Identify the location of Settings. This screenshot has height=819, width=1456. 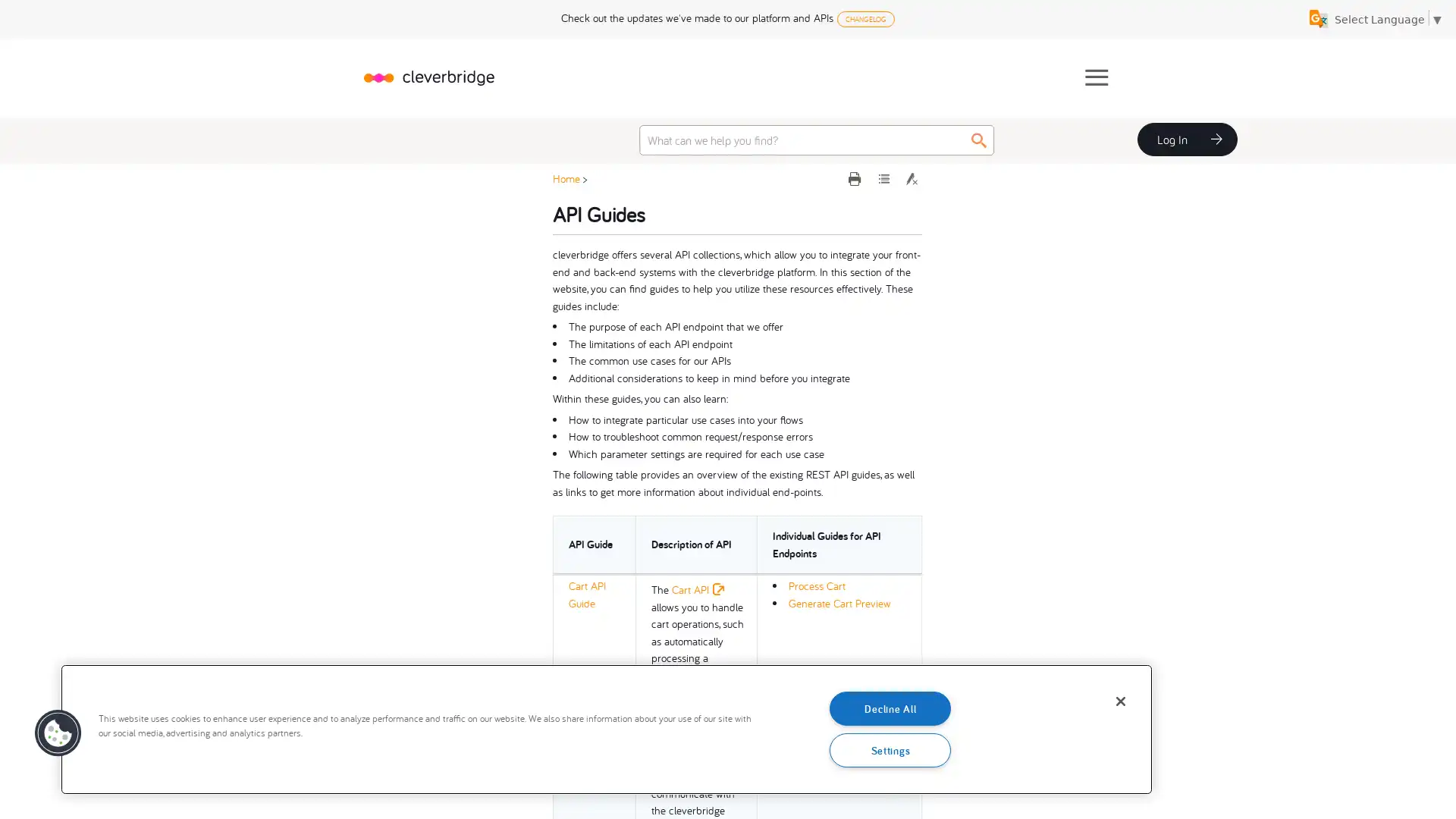
(890, 748).